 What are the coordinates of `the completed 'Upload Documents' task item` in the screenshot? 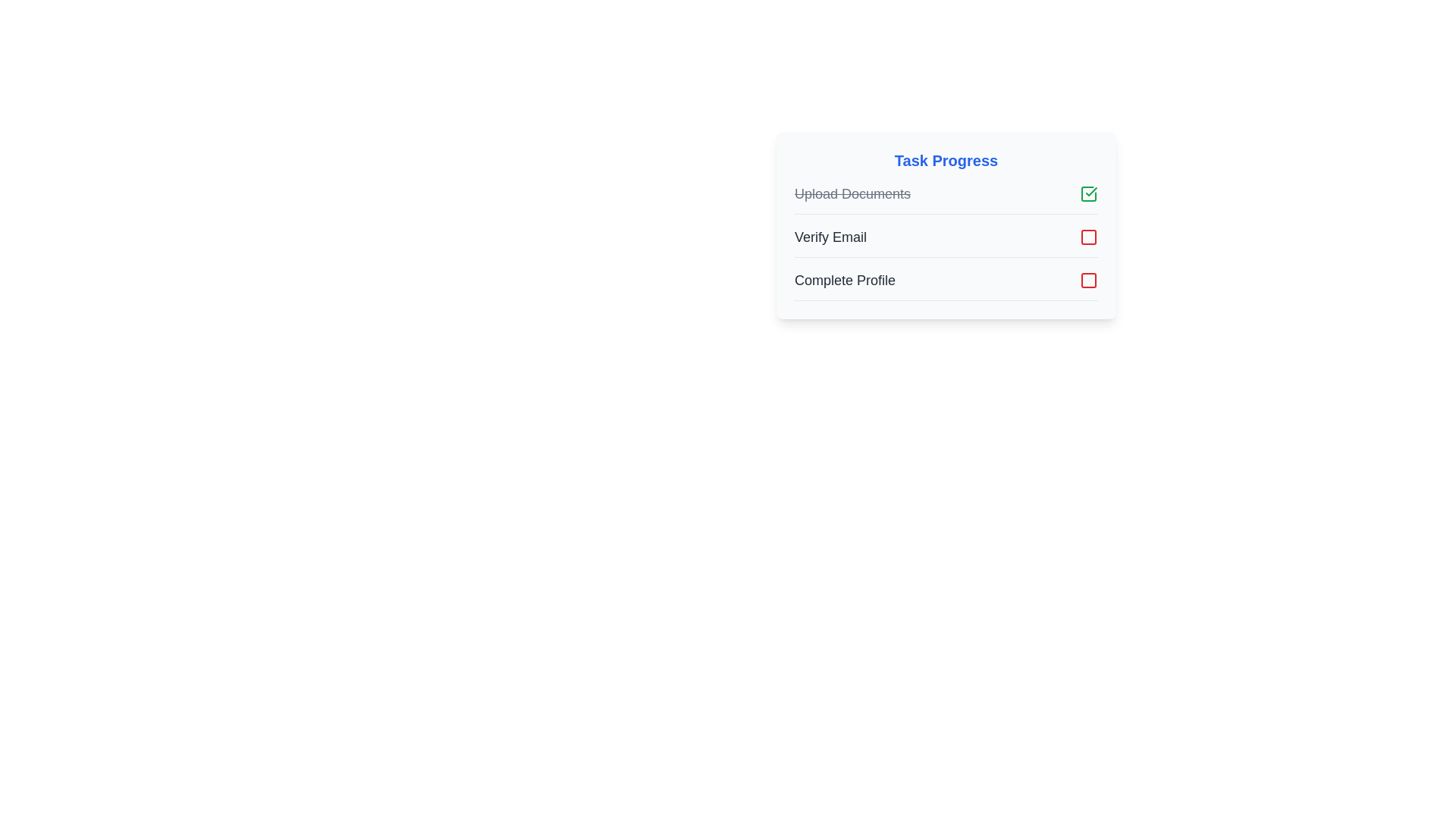 It's located at (946, 198).